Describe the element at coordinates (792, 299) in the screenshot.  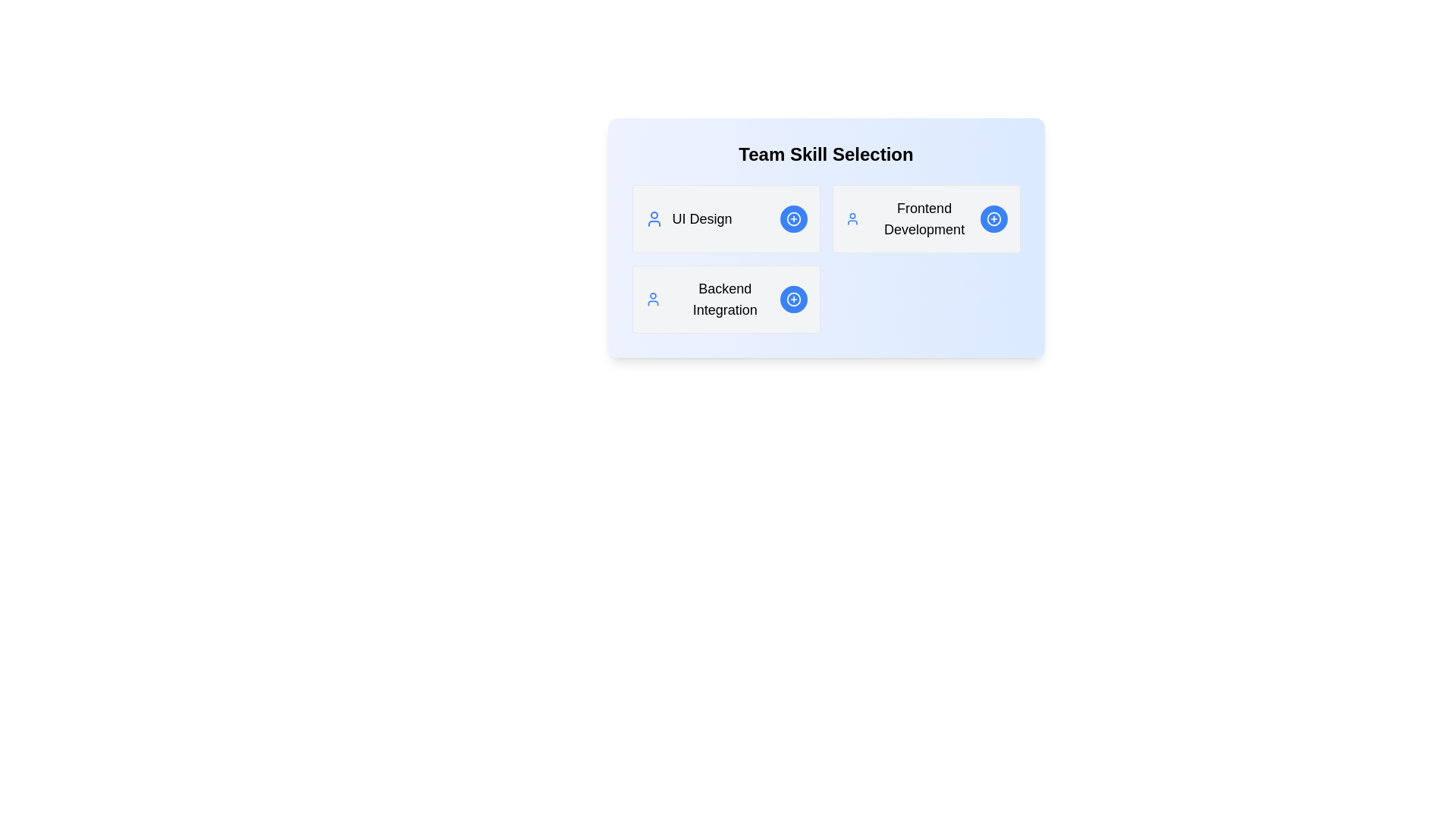
I see `action button for the skill Backend Integration to toggle its assignment state` at that location.